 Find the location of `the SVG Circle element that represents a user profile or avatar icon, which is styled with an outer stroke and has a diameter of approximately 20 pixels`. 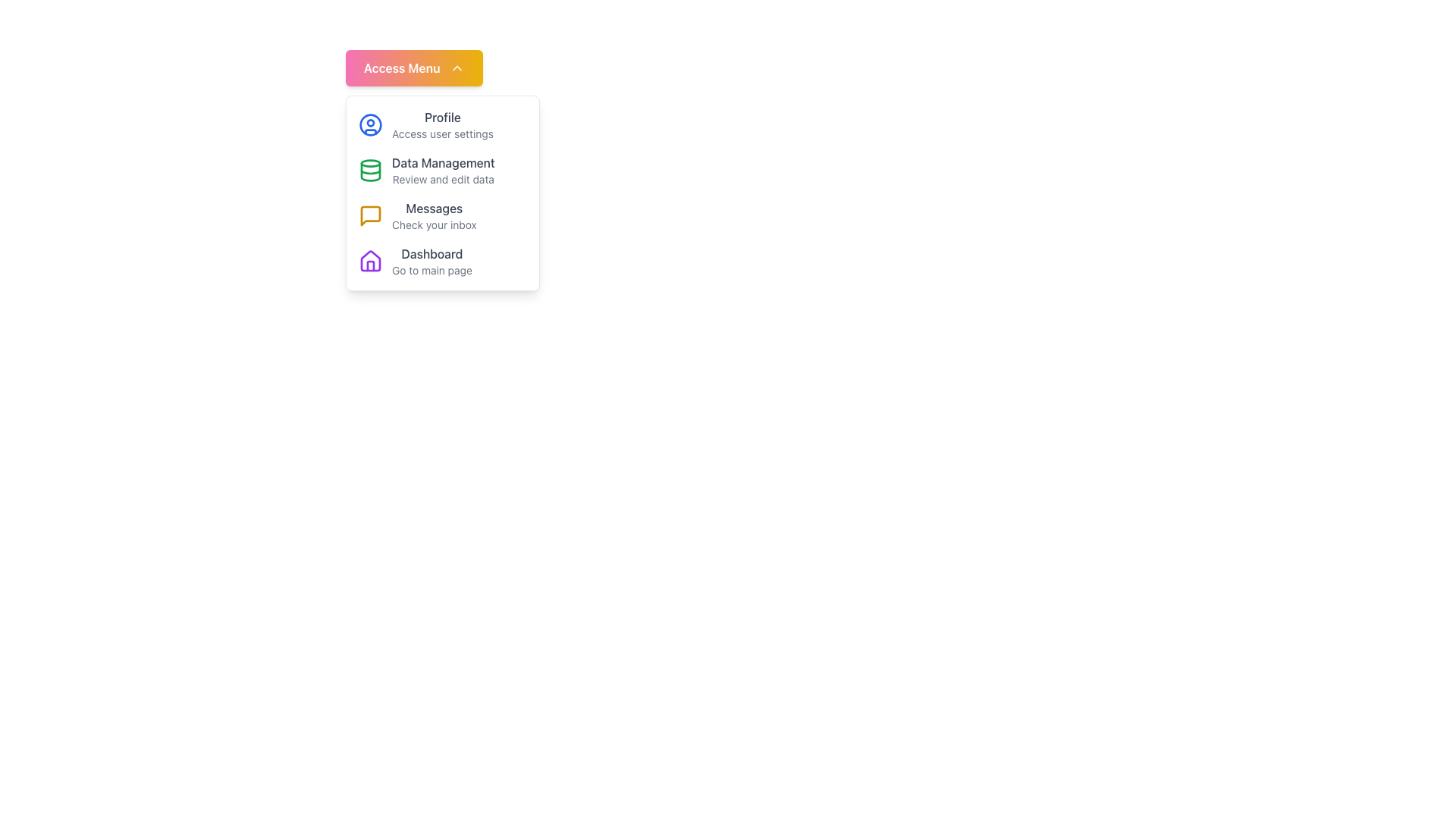

the SVG Circle element that represents a user profile or avatar icon, which is styled with an outer stroke and has a diameter of approximately 20 pixels is located at coordinates (371, 124).